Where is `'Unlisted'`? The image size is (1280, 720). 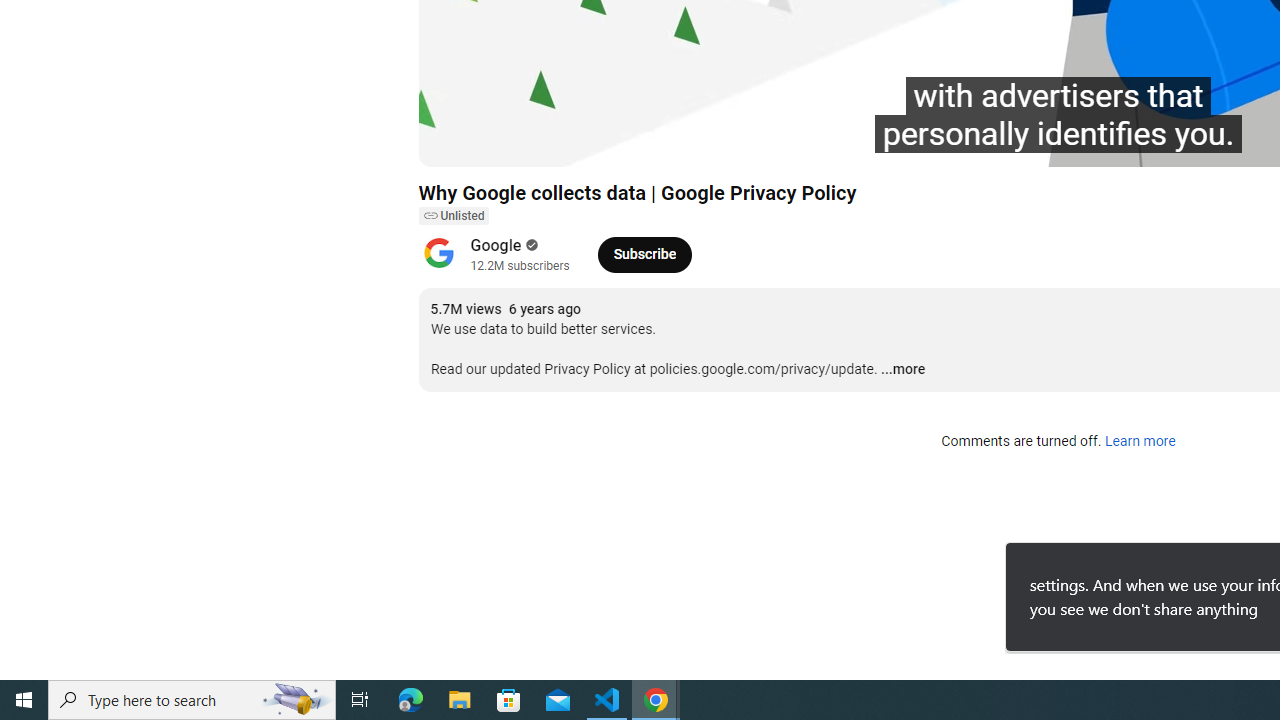 'Unlisted' is located at coordinates (452, 216).